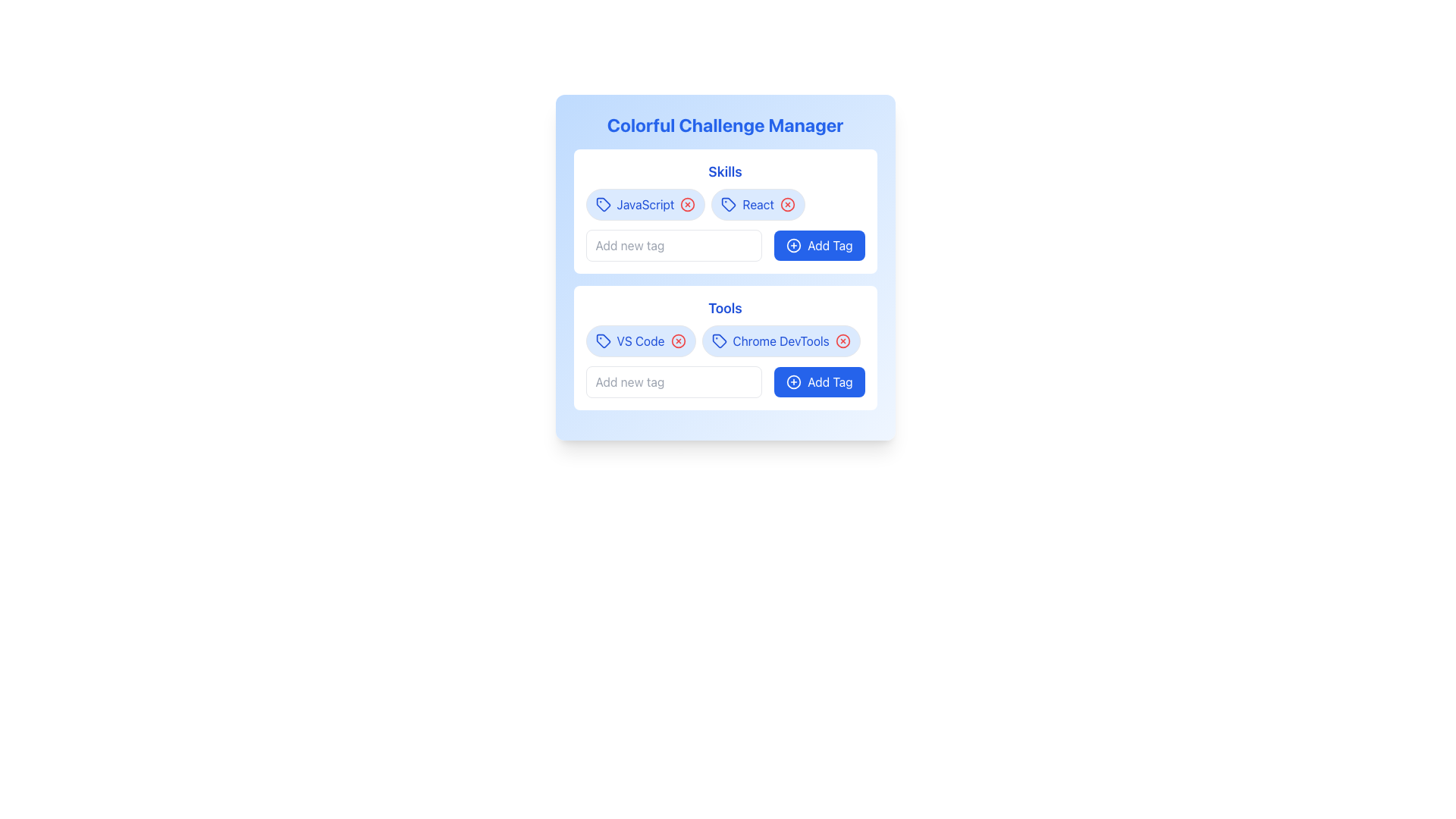 The image size is (1456, 819). What do you see at coordinates (793, 245) in the screenshot?
I see `the icon within the 'Add Tag' button located in the 'Skills' section, which is positioned to the left of the button` at bounding box center [793, 245].